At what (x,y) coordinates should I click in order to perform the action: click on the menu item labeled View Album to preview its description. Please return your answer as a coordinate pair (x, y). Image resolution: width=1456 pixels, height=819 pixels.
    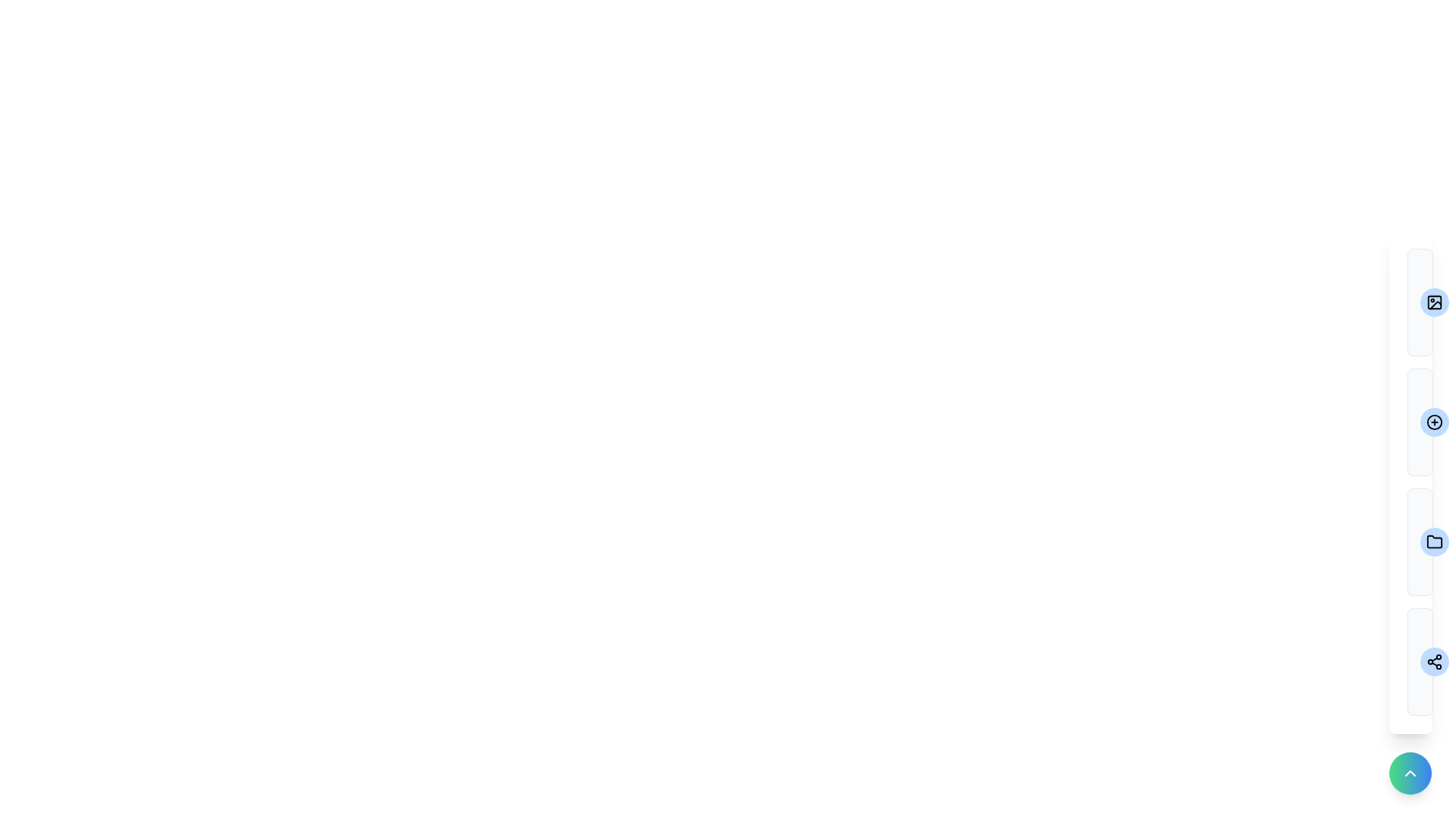
    Looking at the image, I should click on (1419, 302).